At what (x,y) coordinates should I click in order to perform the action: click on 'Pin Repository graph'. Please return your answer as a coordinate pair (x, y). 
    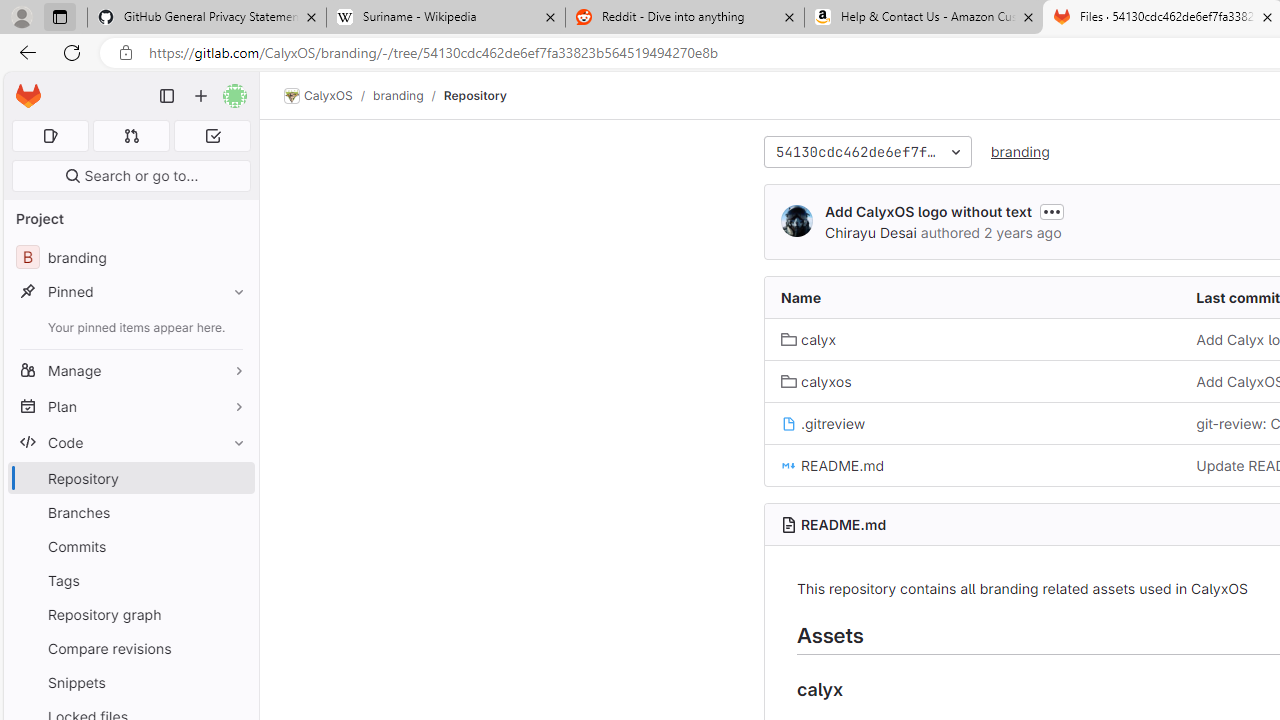
    Looking at the image, I should click on (234, 613).